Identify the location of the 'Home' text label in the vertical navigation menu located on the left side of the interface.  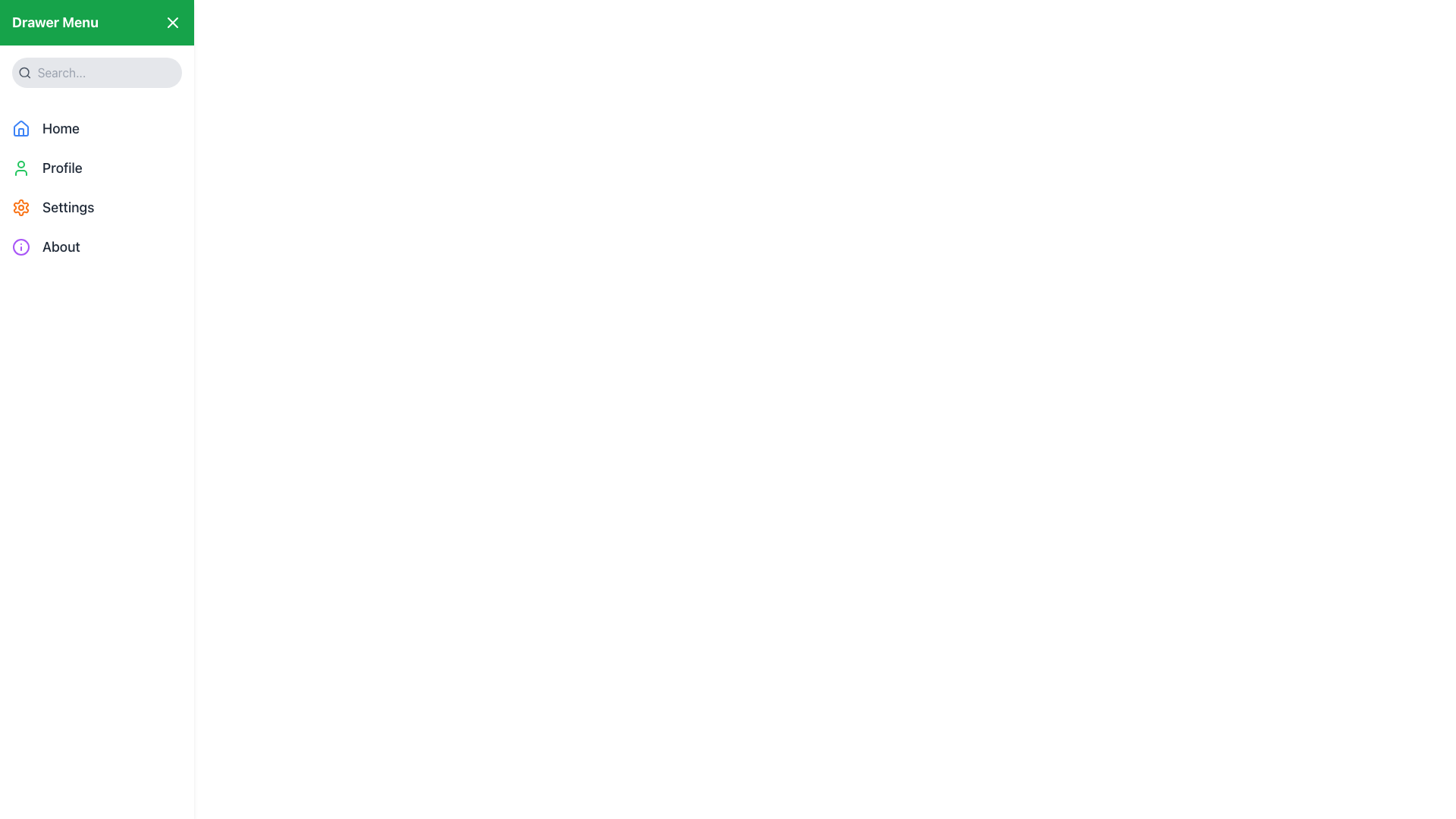
(61, 127).